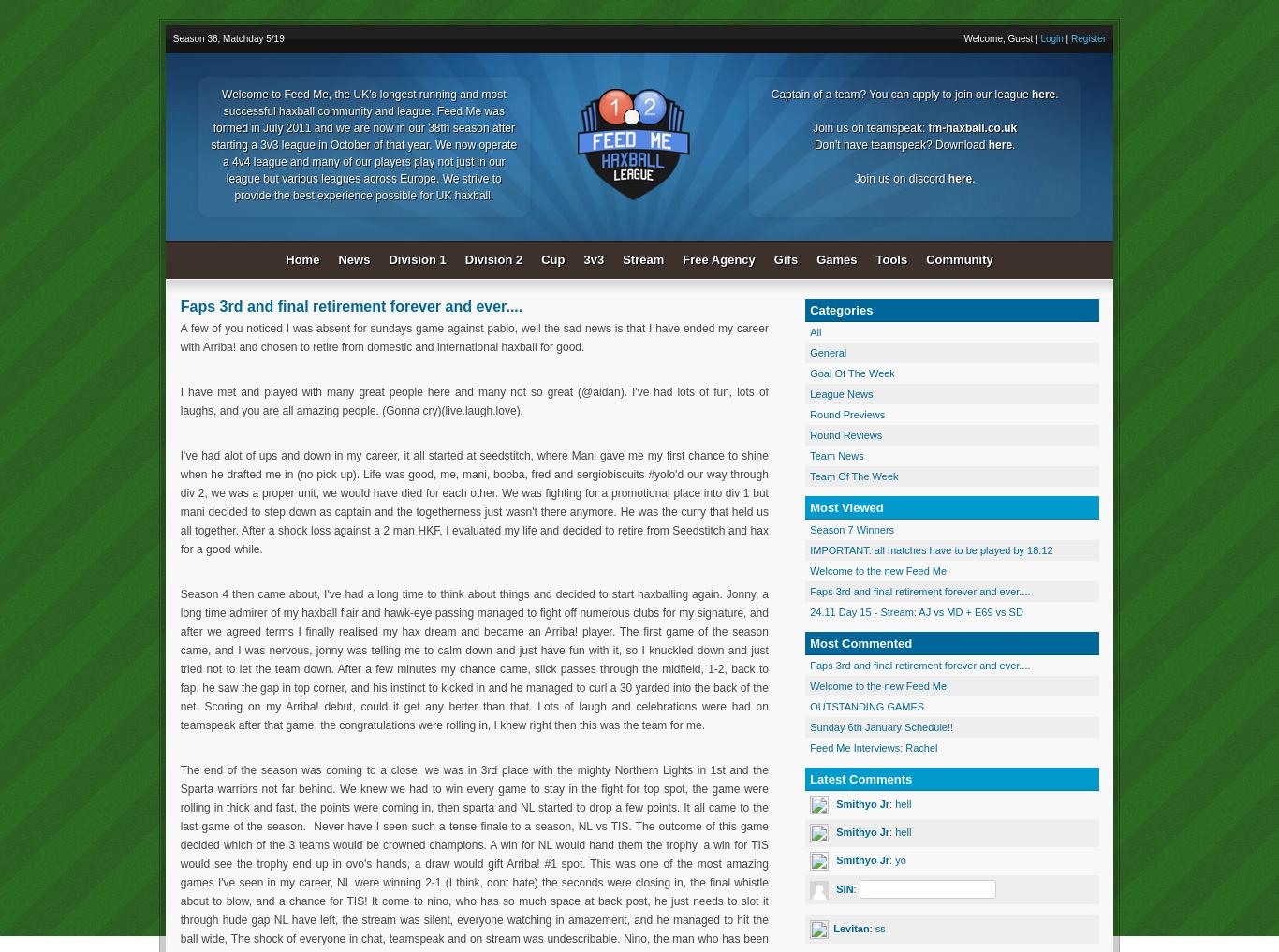 This screenshot has width=1279, height=952. Describe the element at coordinates (900, 178) in the screenshot. I see `'Join us on discord'` at that location.